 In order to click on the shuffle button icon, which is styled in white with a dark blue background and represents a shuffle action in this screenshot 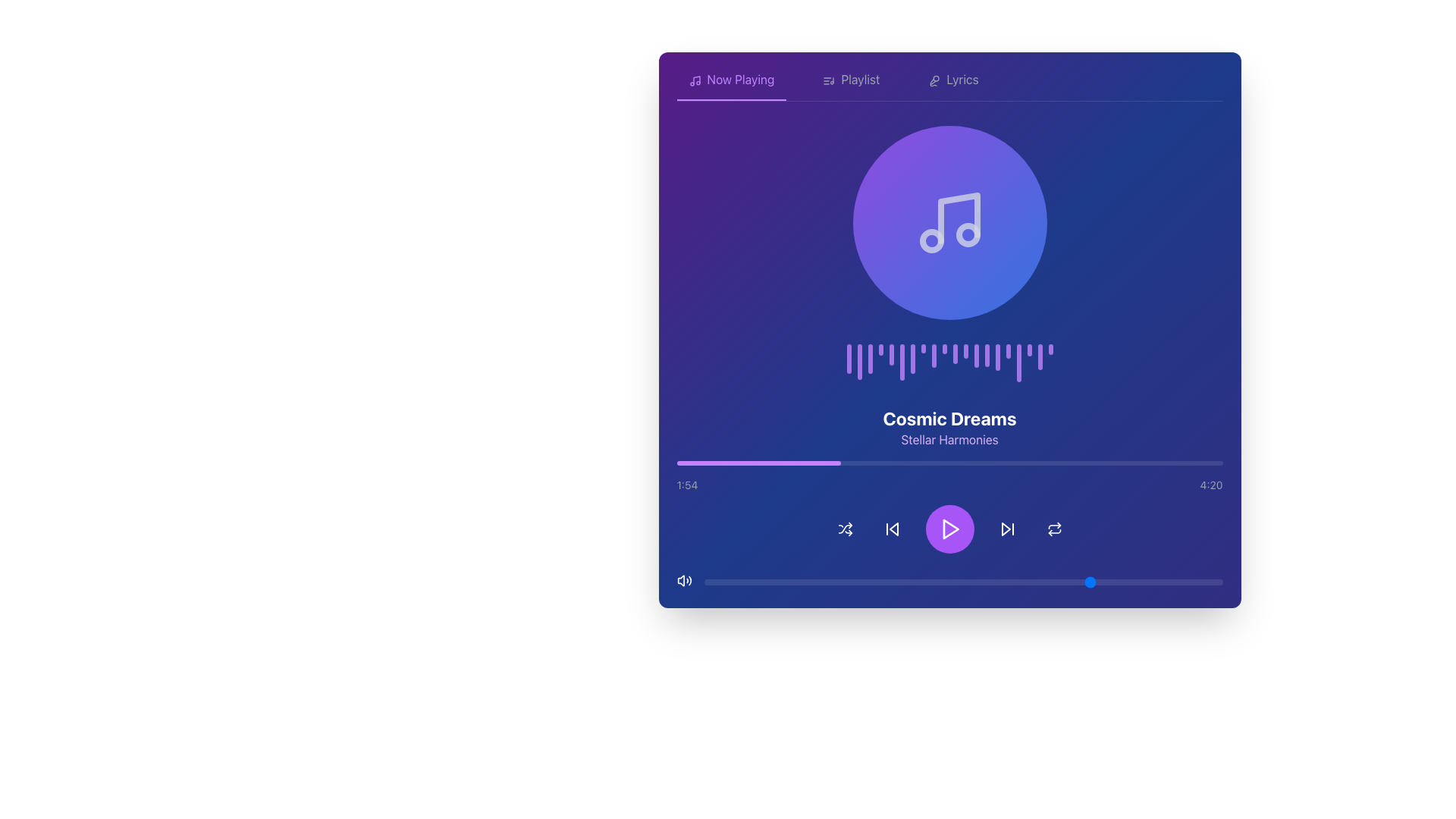, I will do `click(844, 529)`.